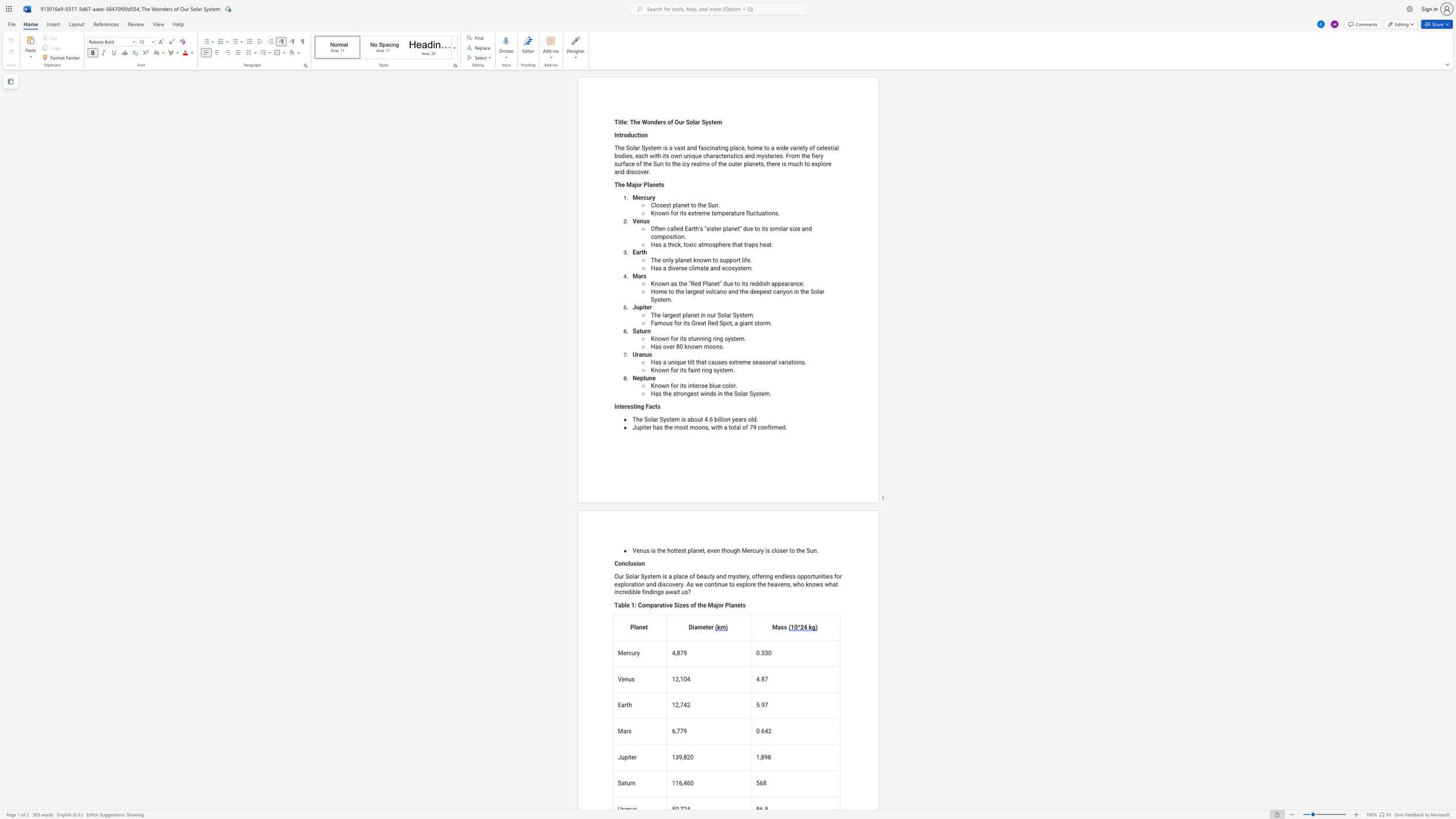  What do you see at coordinates (647, 184) in the screenshot?
I see `the 1th character "l" in the text` at bounding box center [647, 184].